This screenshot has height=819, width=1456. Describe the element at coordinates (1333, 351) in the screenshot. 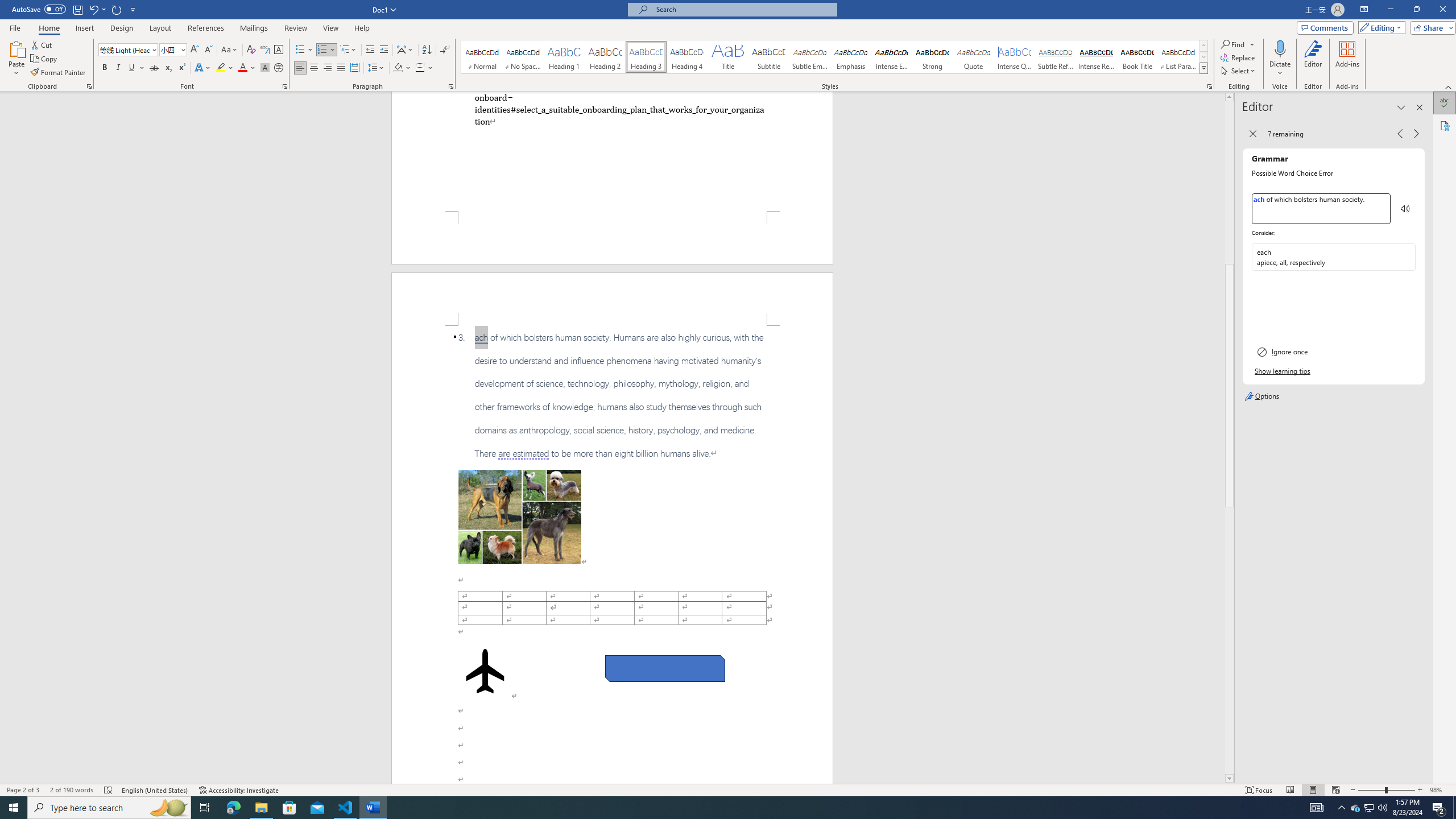

I see `'Ignore once'` at that location.